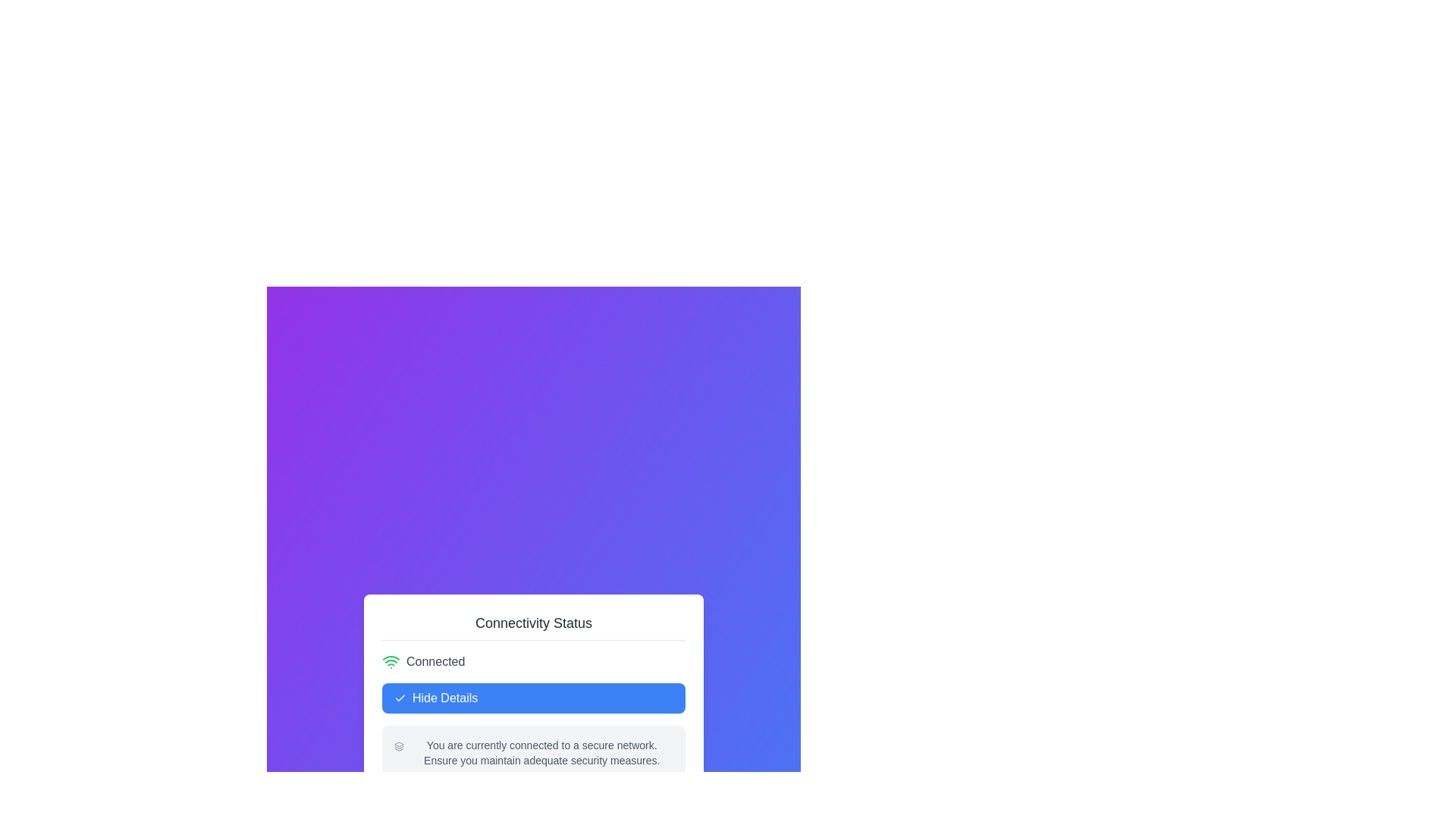 Image resolution: width=1456 pixels, height=819 pixels. Describe the element at coordinates (400, 698) in the screenshot. I see `the vector-based checkmark icon indicating confirmation or selection, located inside the 'Hide Details' button in the modal window under 'Connectivity Status'` at that location.